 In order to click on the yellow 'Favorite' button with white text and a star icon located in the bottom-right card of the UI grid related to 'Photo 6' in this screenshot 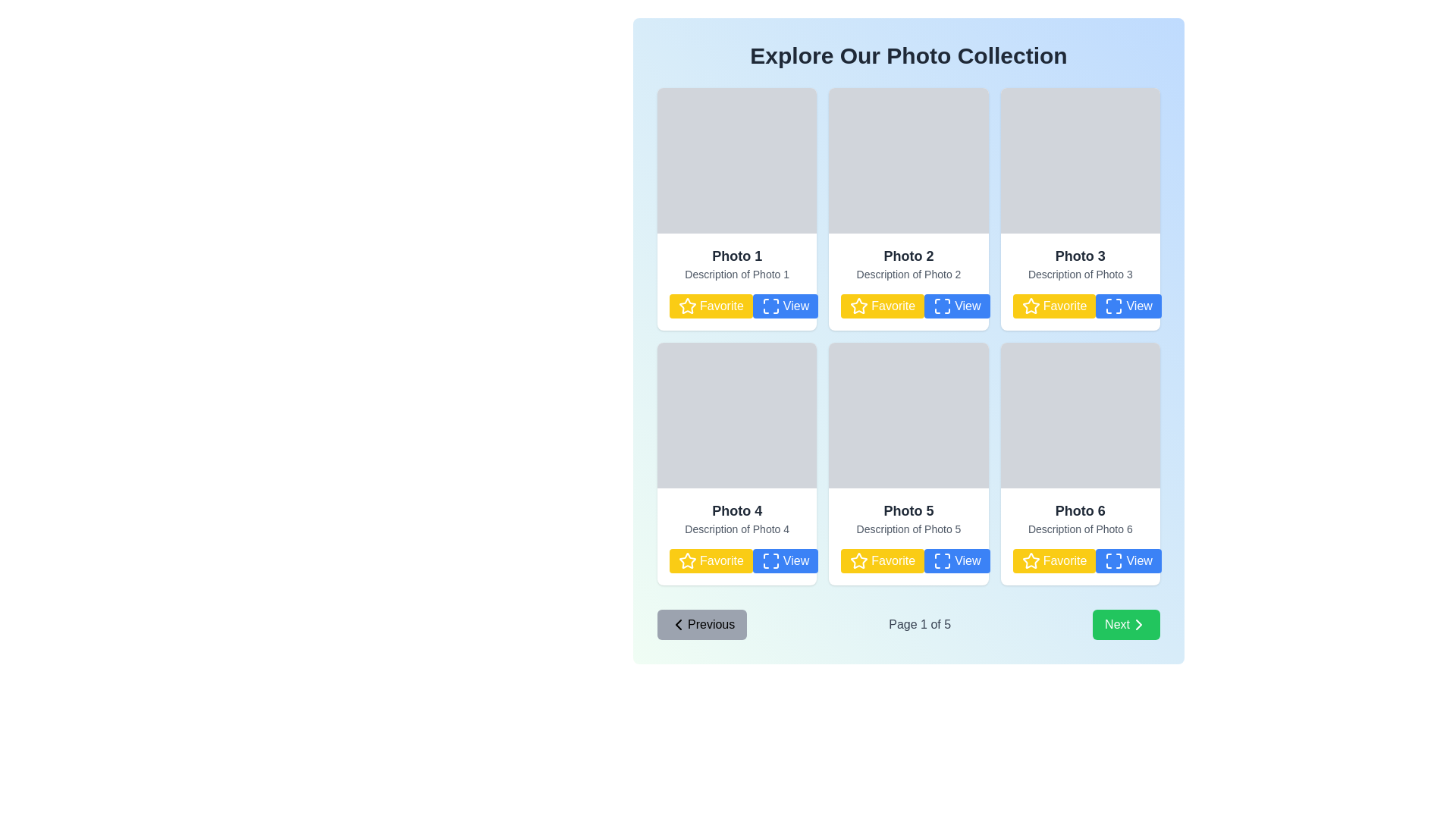, I will do `click(1053, 561)`.